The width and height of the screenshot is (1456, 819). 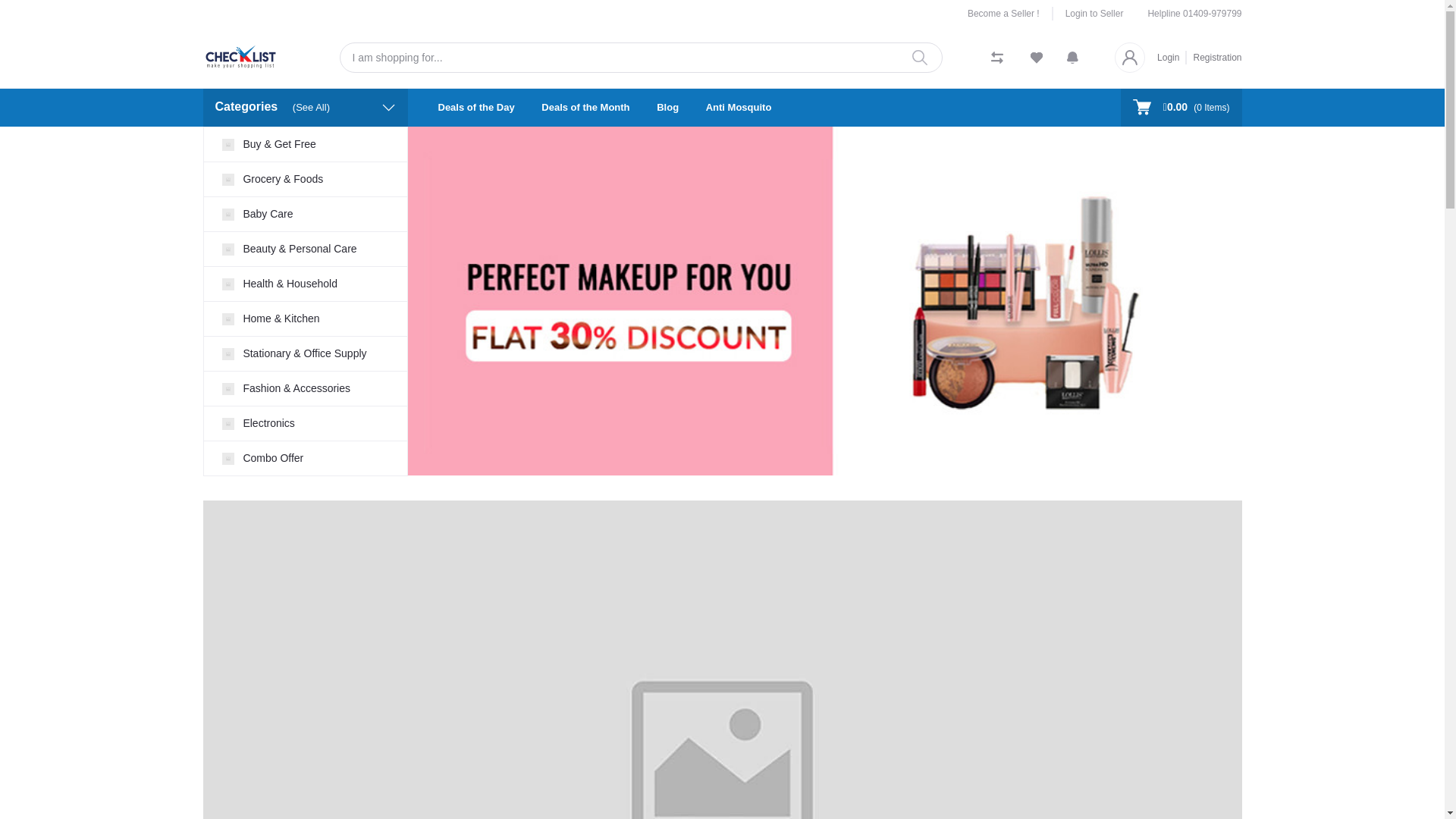 What do you see at coordinates (202, 144) in the screenshot?
I see `'Buy & Get Free'` at bounding box center [202, 144].